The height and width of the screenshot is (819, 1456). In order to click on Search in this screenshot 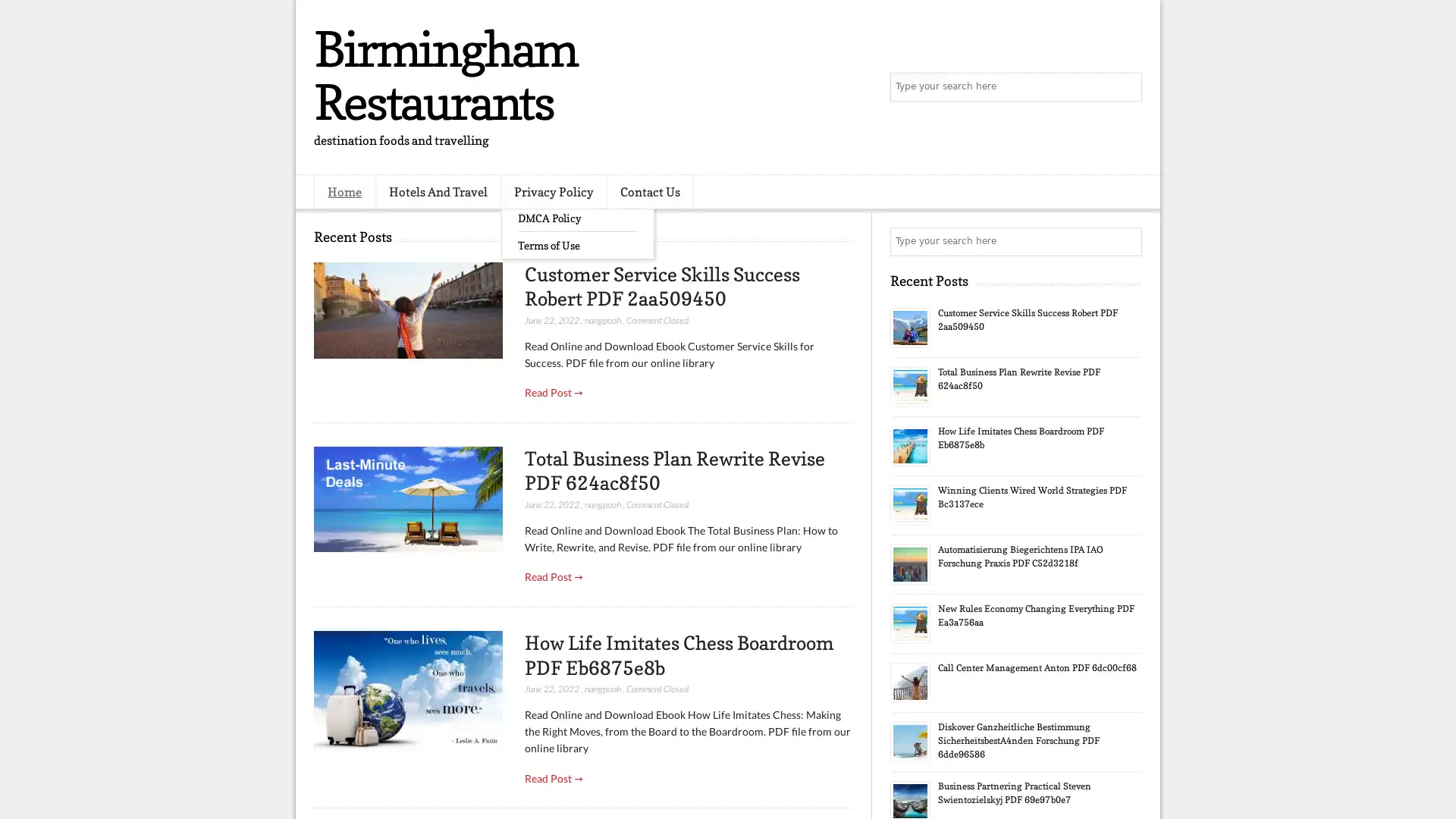, I will do `click(1126, 87)`.